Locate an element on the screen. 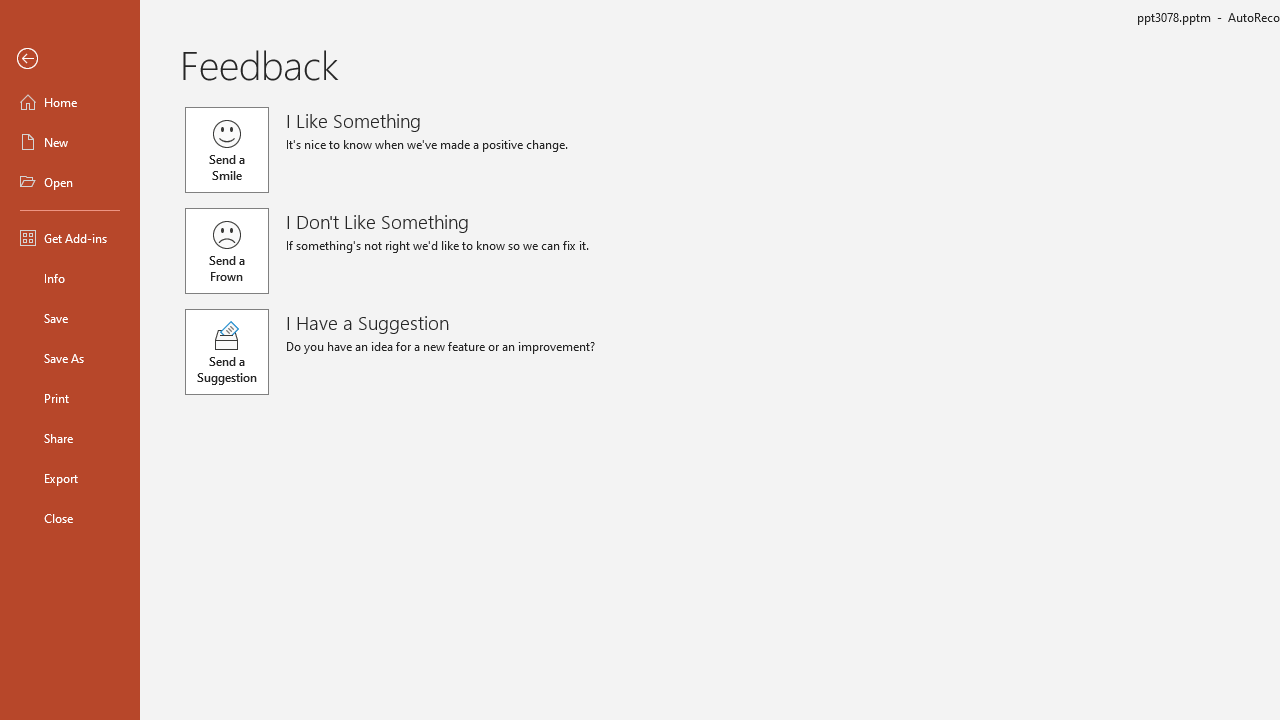 This screenshot has height=720, width=1280. 'Print' is located at coordinates (69, 398).